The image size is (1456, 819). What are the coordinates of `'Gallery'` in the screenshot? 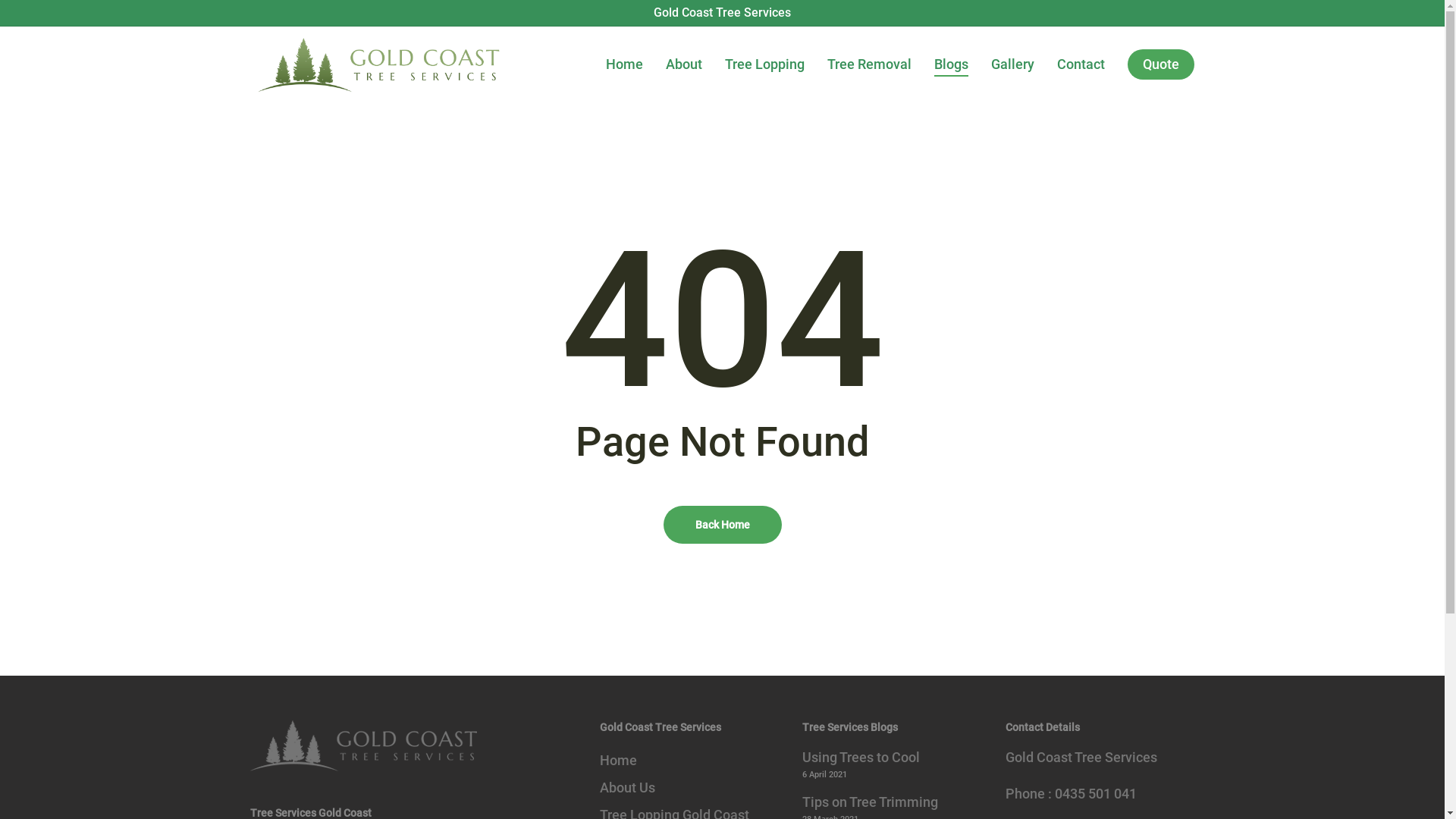 It's located at (1012, 63).